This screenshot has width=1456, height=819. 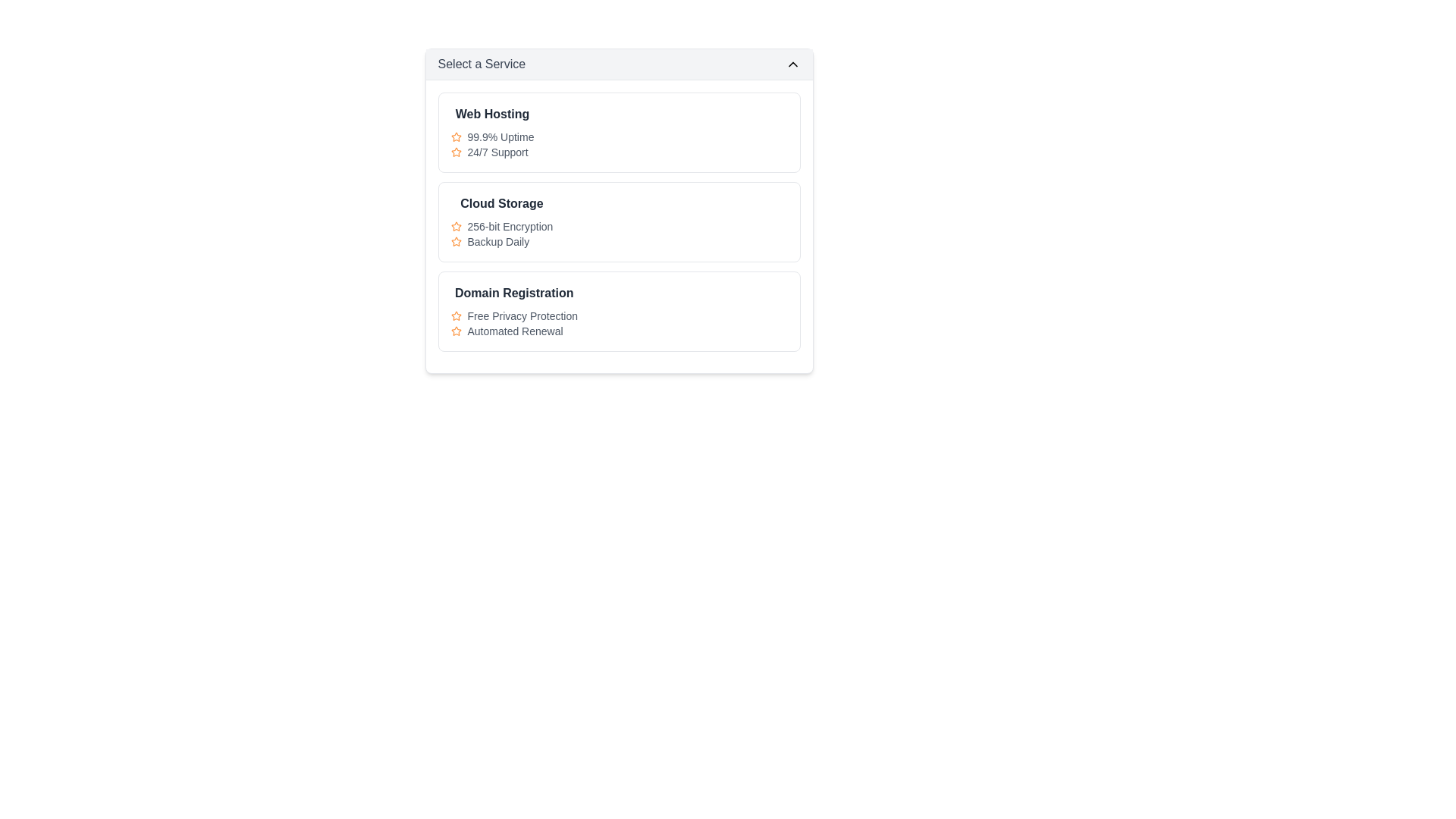 I want to click on the 'Backup Daily' text label, which is styled with a small gray font and preceded by an orange star icon, located in the 'Cloud Storage' panel beneath the '256-bit Encryption' label, so click(x=502, y=241).